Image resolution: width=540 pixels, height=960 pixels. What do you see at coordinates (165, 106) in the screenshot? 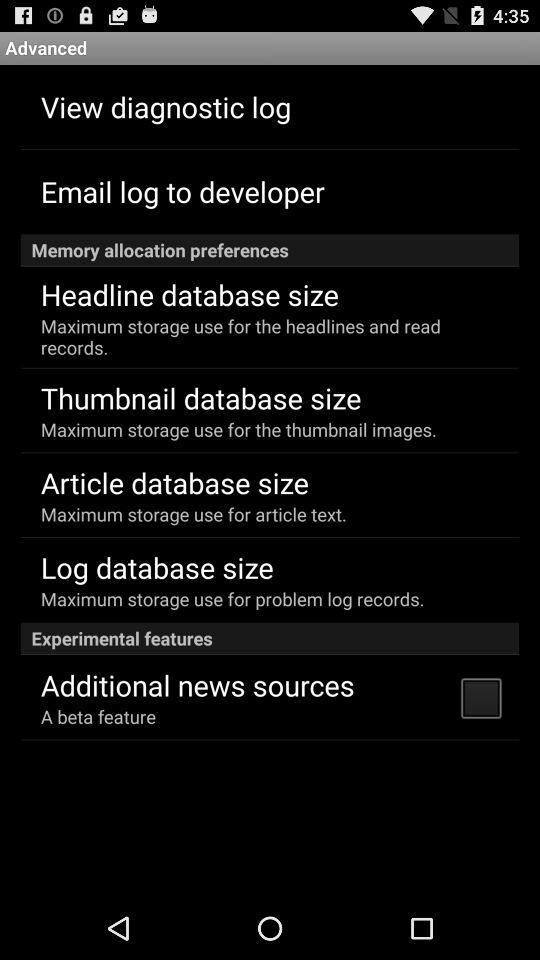
I see `the app above the email log to app` at bounding box center [165, 106].